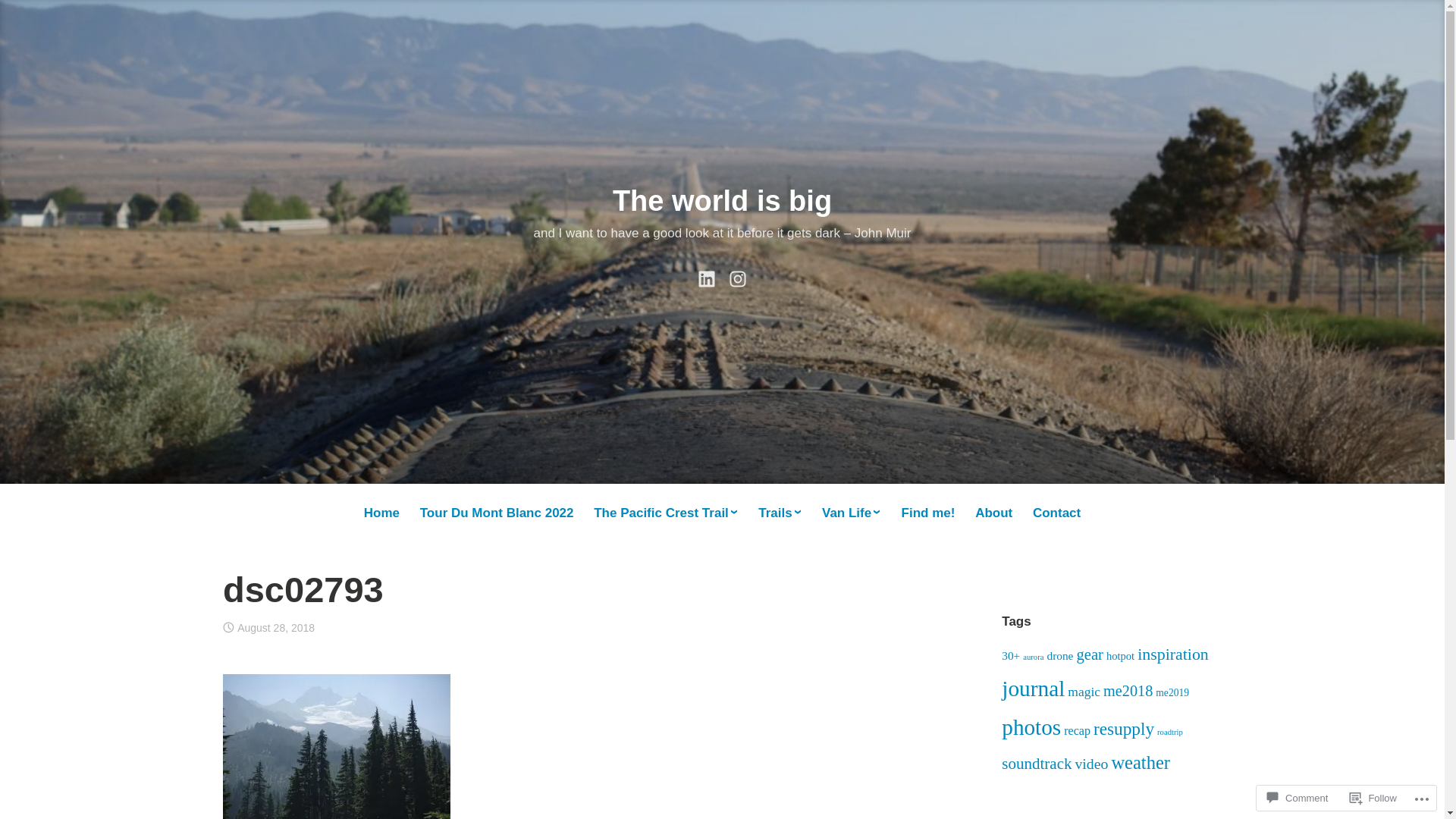 This screenshot has width=1456, height=819. I want to click on 'resupply', so click(1124, 727).